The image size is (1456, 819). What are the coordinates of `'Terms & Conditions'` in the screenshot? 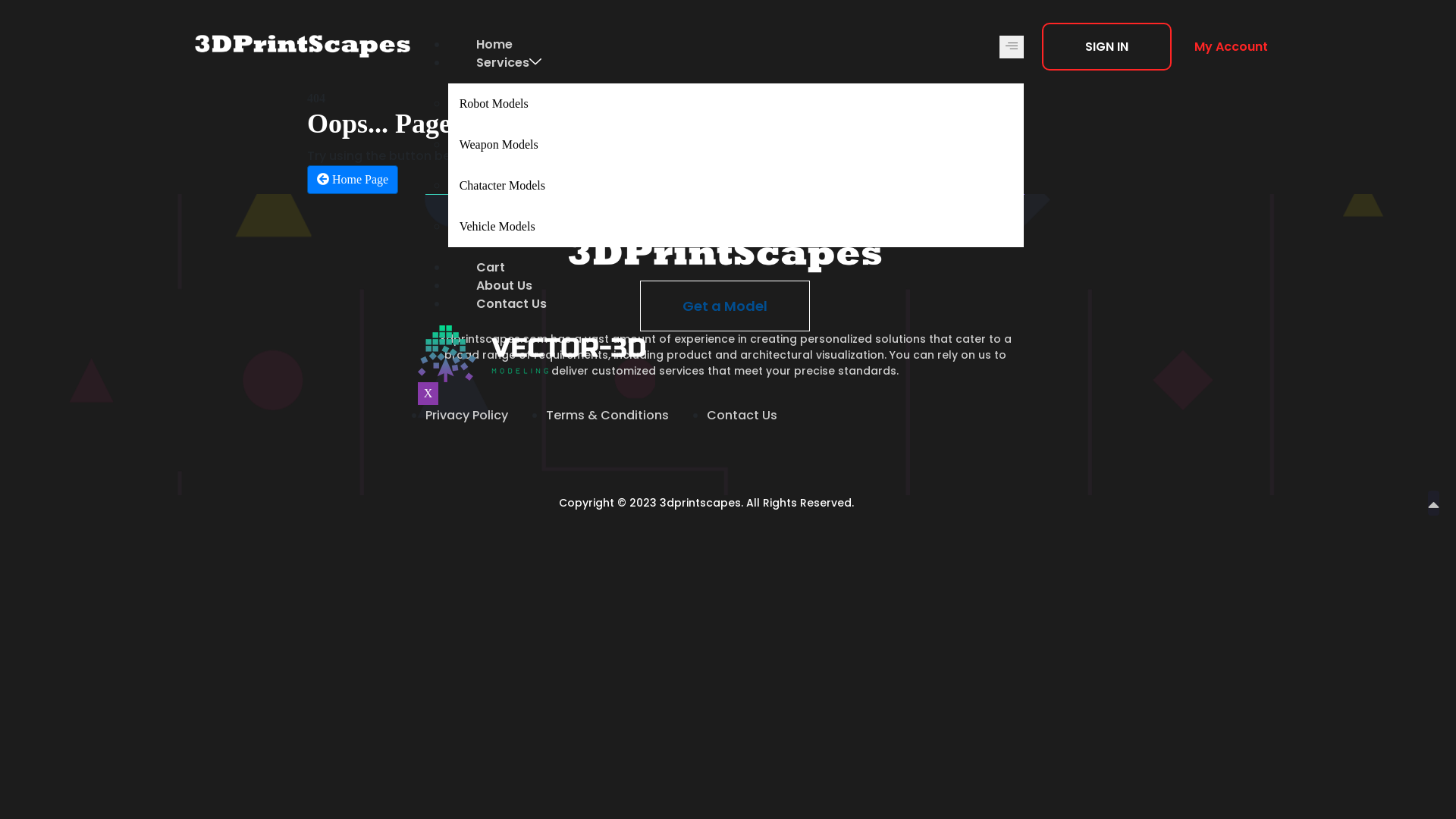 It's located at (607, 415).